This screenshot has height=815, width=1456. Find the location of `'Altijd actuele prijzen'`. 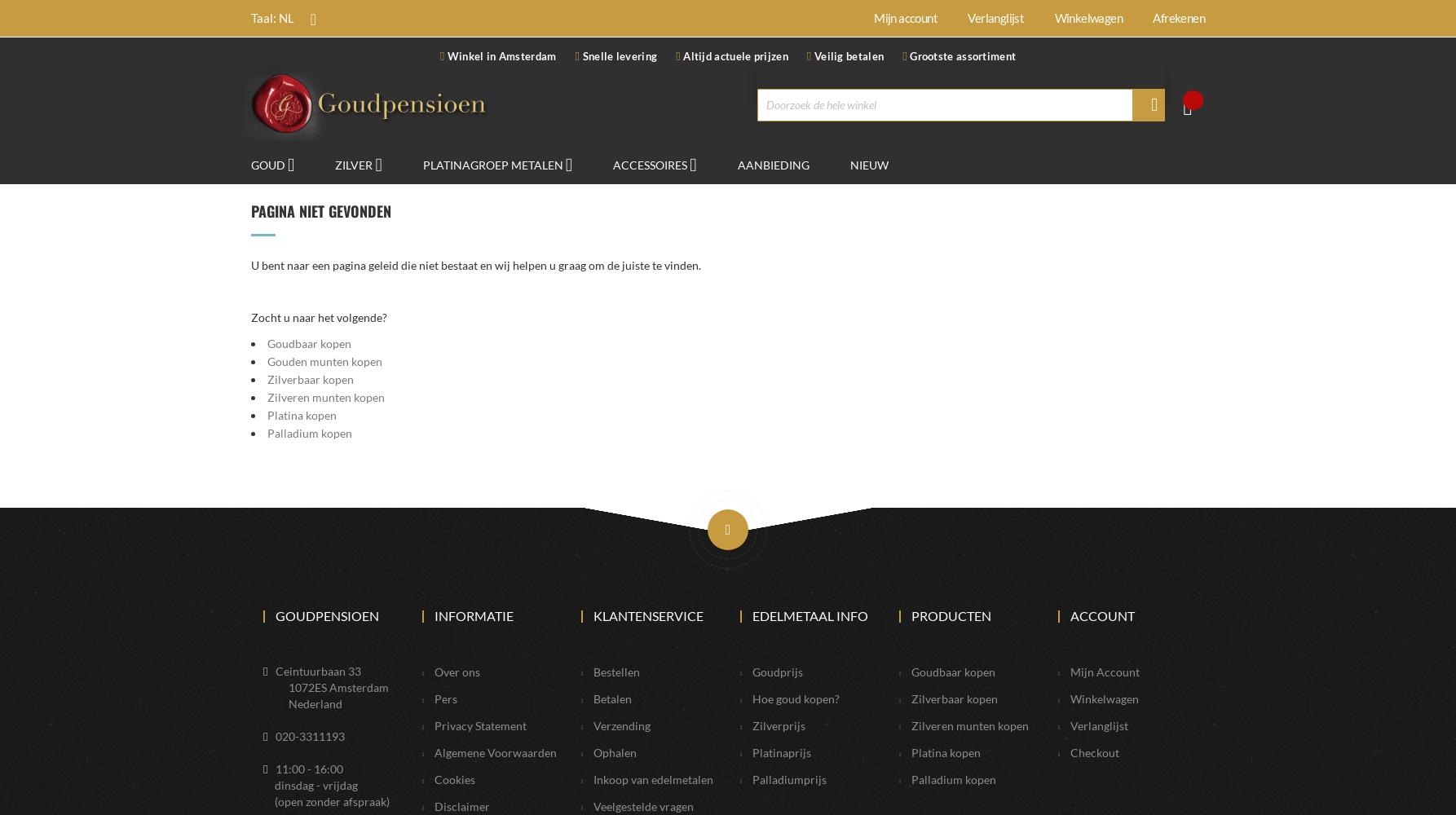

'Altijd actuele prijzen' is located at coordinates (733, 55).